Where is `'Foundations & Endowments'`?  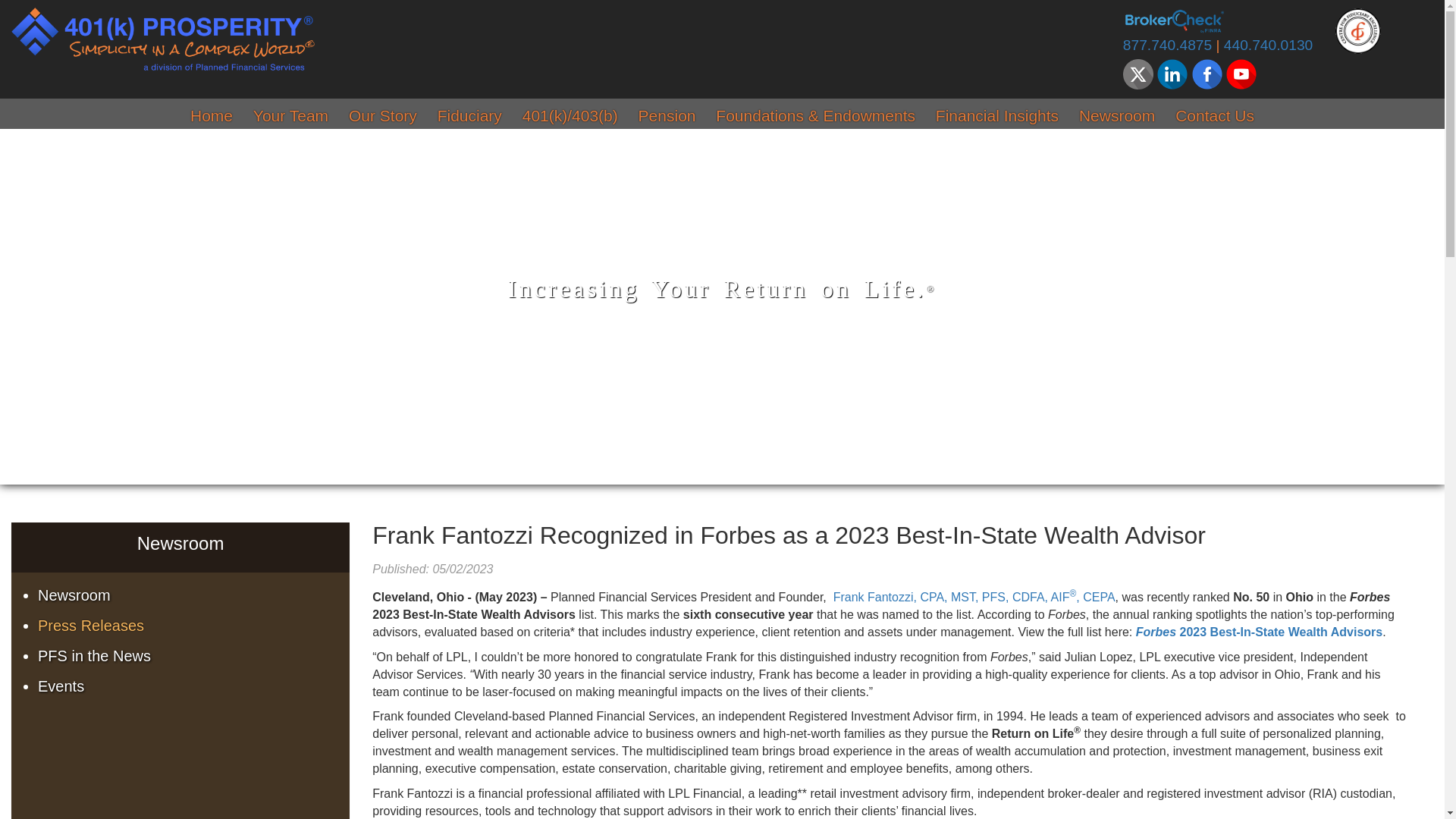
'Foundations & Endowments' is located at coordinates (814, 117).